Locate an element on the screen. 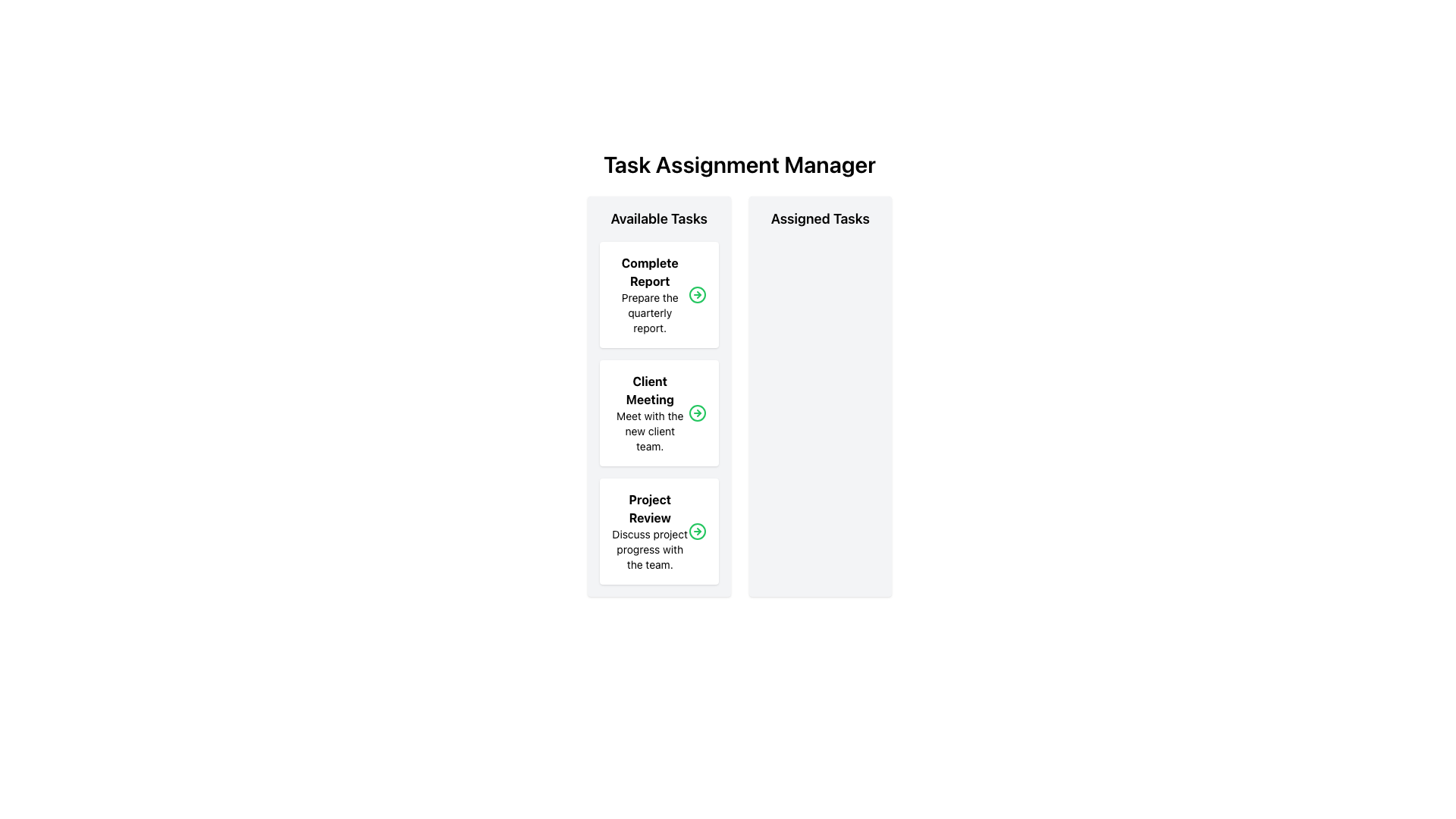  the circular green-bordered decorative boundary of the icon, which is part of the circular arrow icon next to the 'Client Meeting' text in the 'Available Tasks' section is located at coordinates (696, 413).